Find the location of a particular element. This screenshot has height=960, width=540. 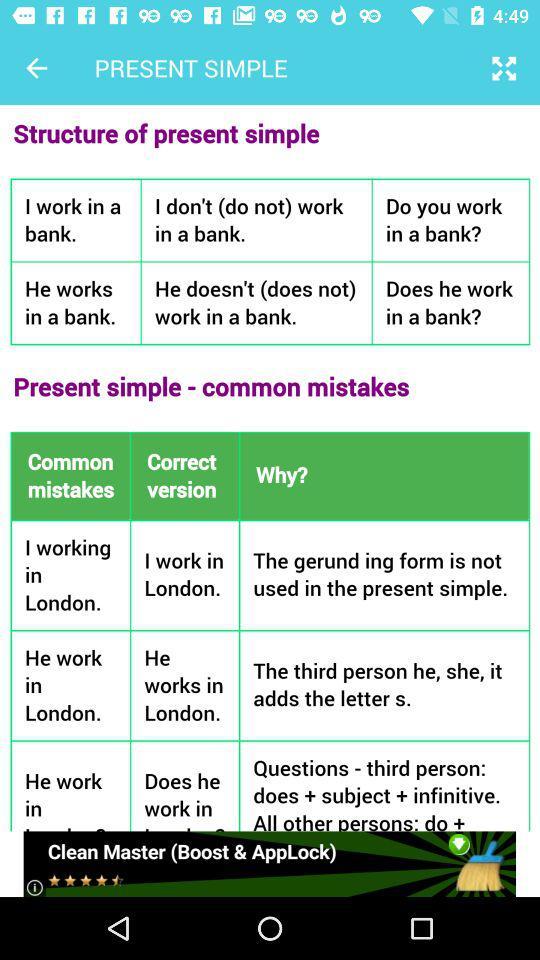

advertisement page is located at coordinates (269, 863).